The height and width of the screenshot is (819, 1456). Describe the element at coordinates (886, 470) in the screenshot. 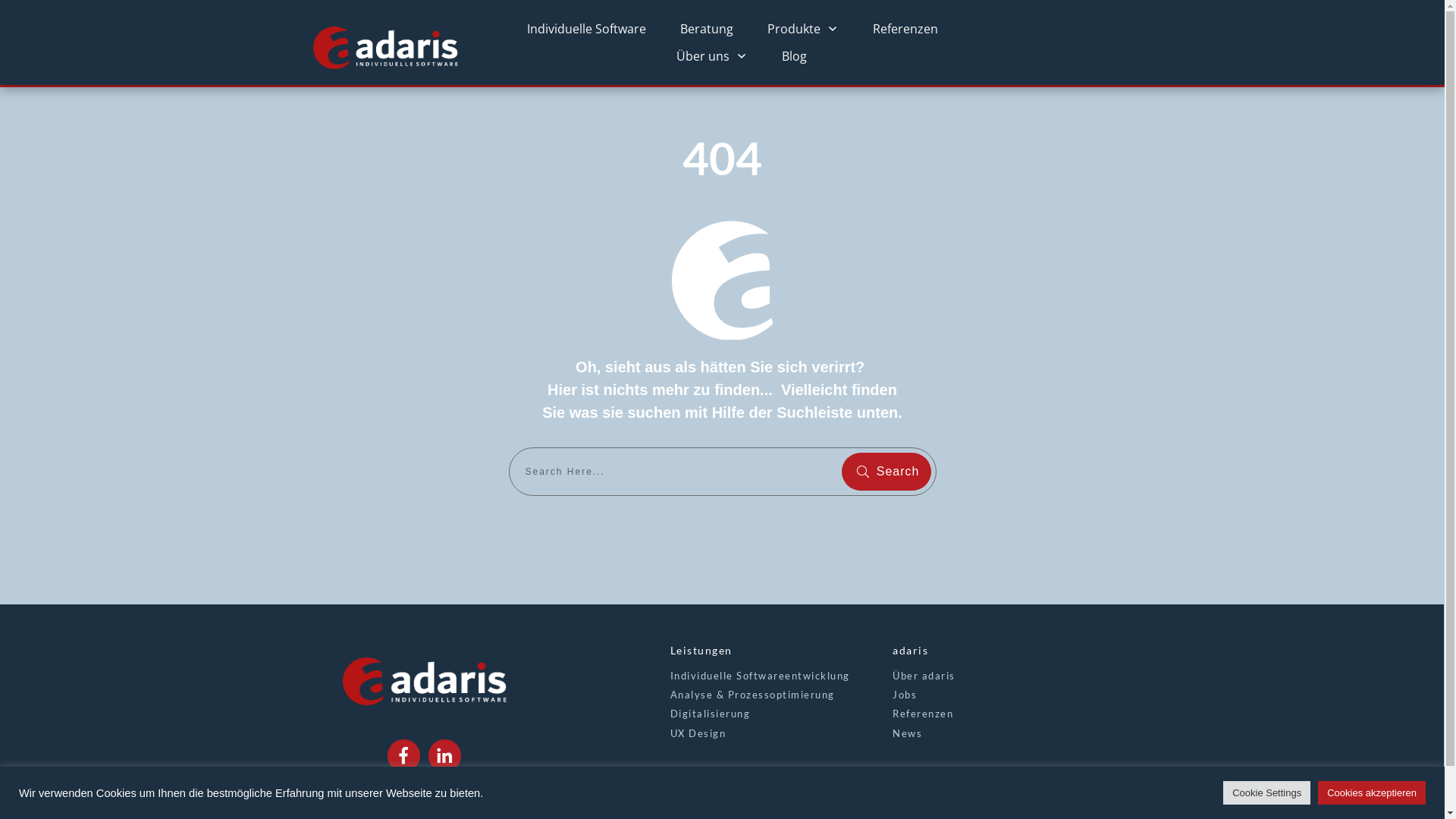

I see `'Search'` at that location.